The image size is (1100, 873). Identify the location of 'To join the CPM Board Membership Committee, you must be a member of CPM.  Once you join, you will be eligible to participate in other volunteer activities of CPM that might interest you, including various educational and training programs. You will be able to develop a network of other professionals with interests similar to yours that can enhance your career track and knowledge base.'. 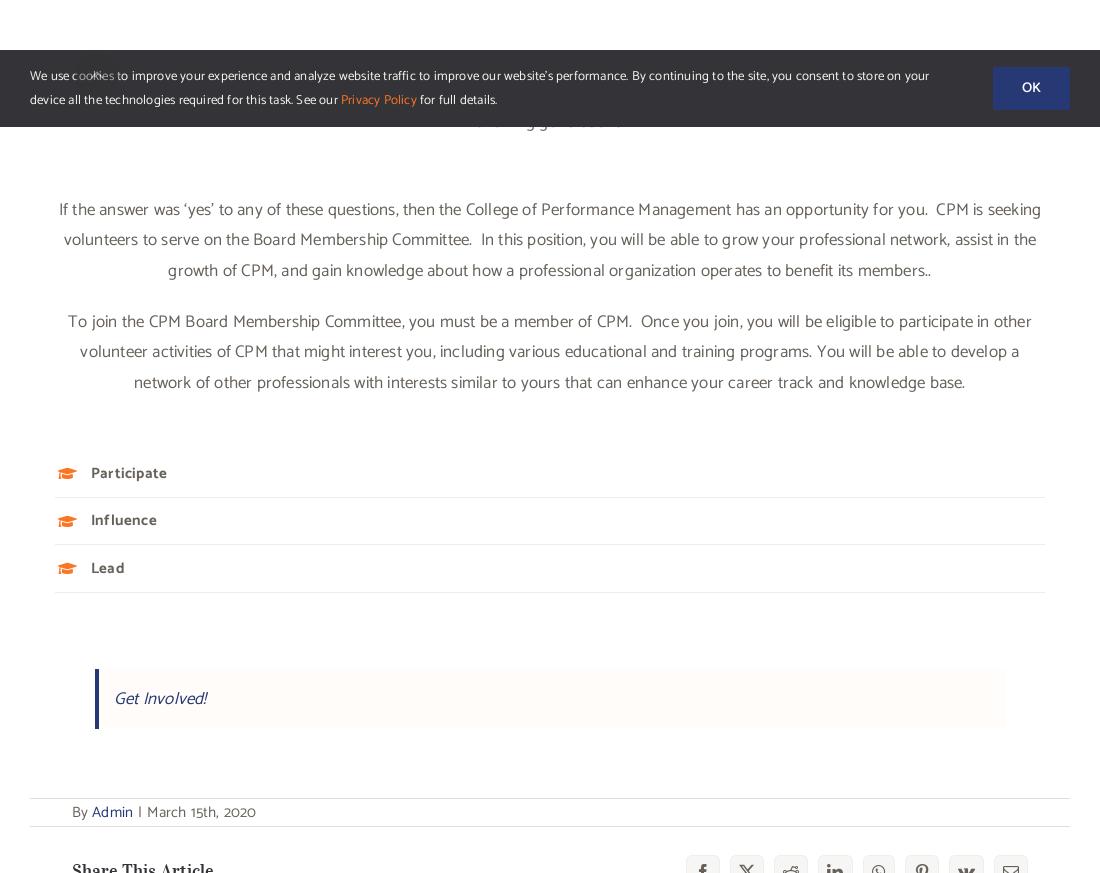
(66, 350).